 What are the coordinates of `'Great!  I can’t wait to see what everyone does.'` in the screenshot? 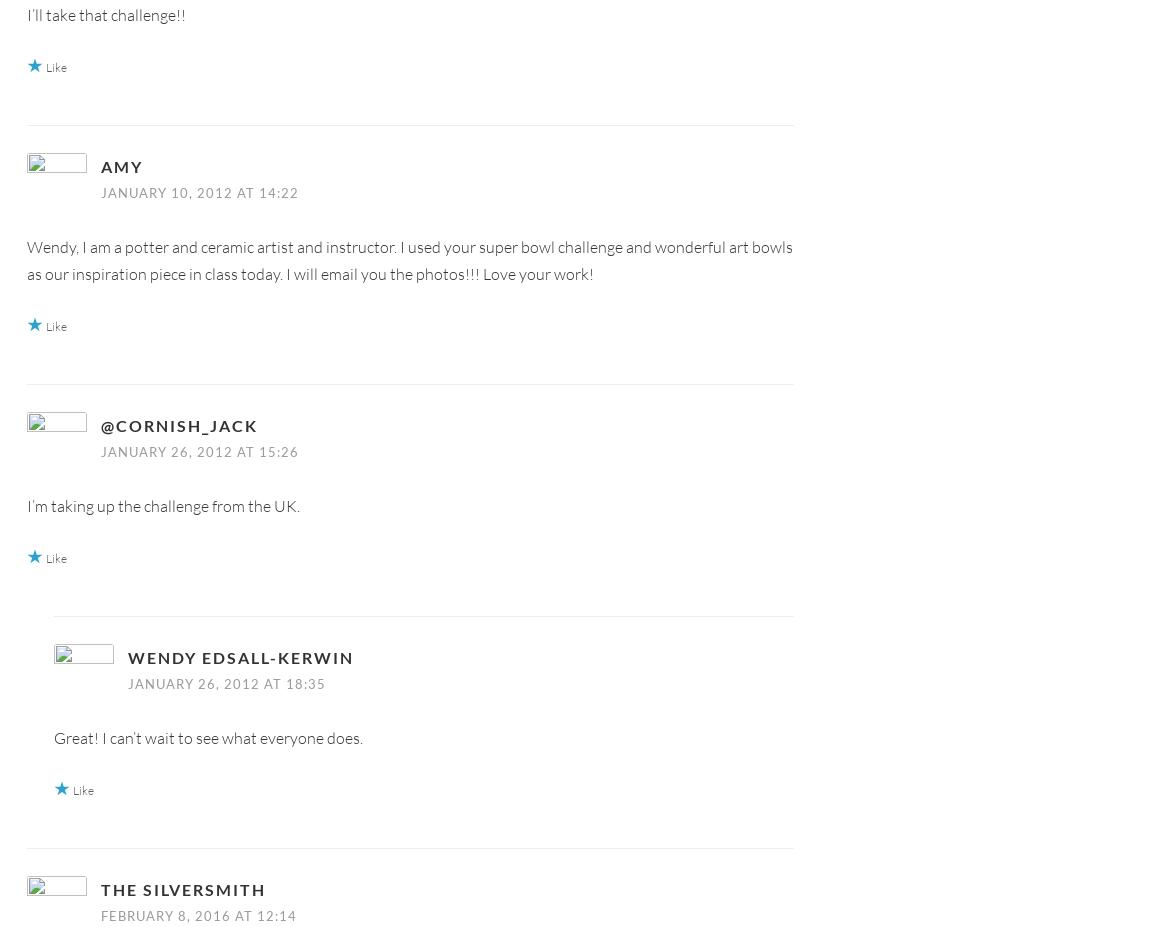 It's located at (207, 736).